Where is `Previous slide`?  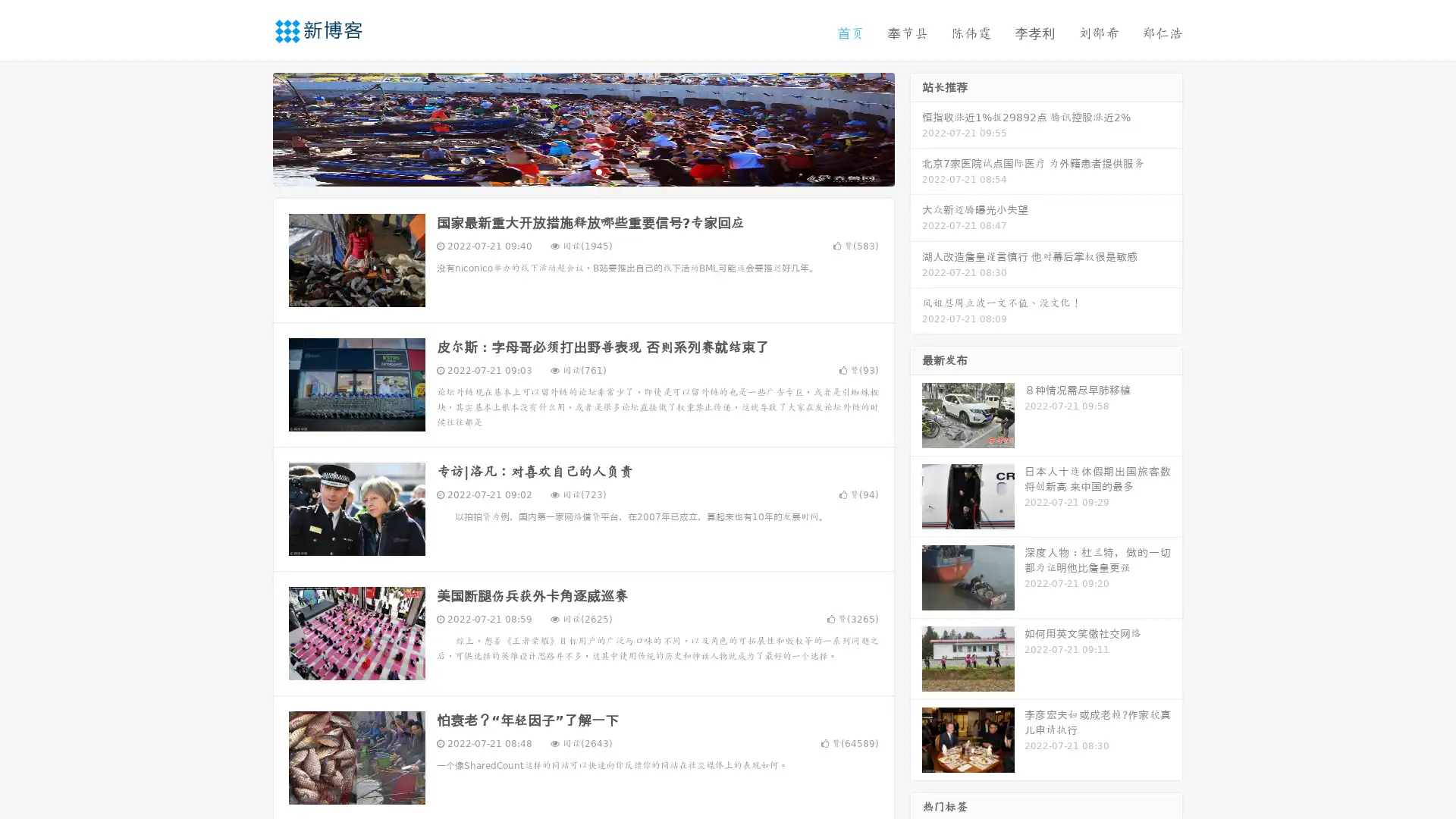
Previous slide is located at coordinates (250, 127).